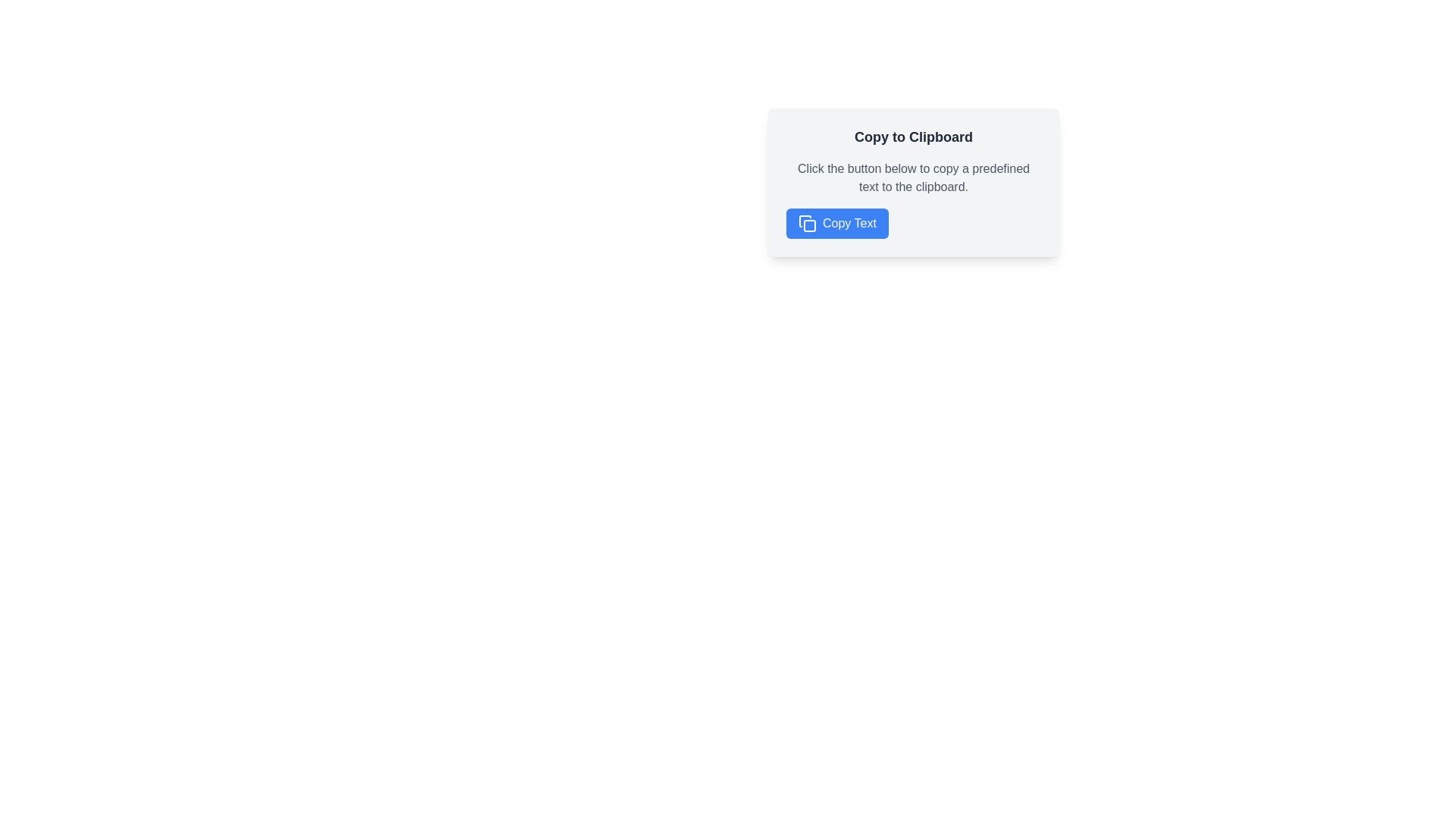 Image resolution: width=1456 pixels, height=819 pixels. I want to click on the Decorative SVG rectangle component, which is a small, square-shaped element with rounded corners located within the 'Copy Text' button's SVG structure, so click(809, 225).